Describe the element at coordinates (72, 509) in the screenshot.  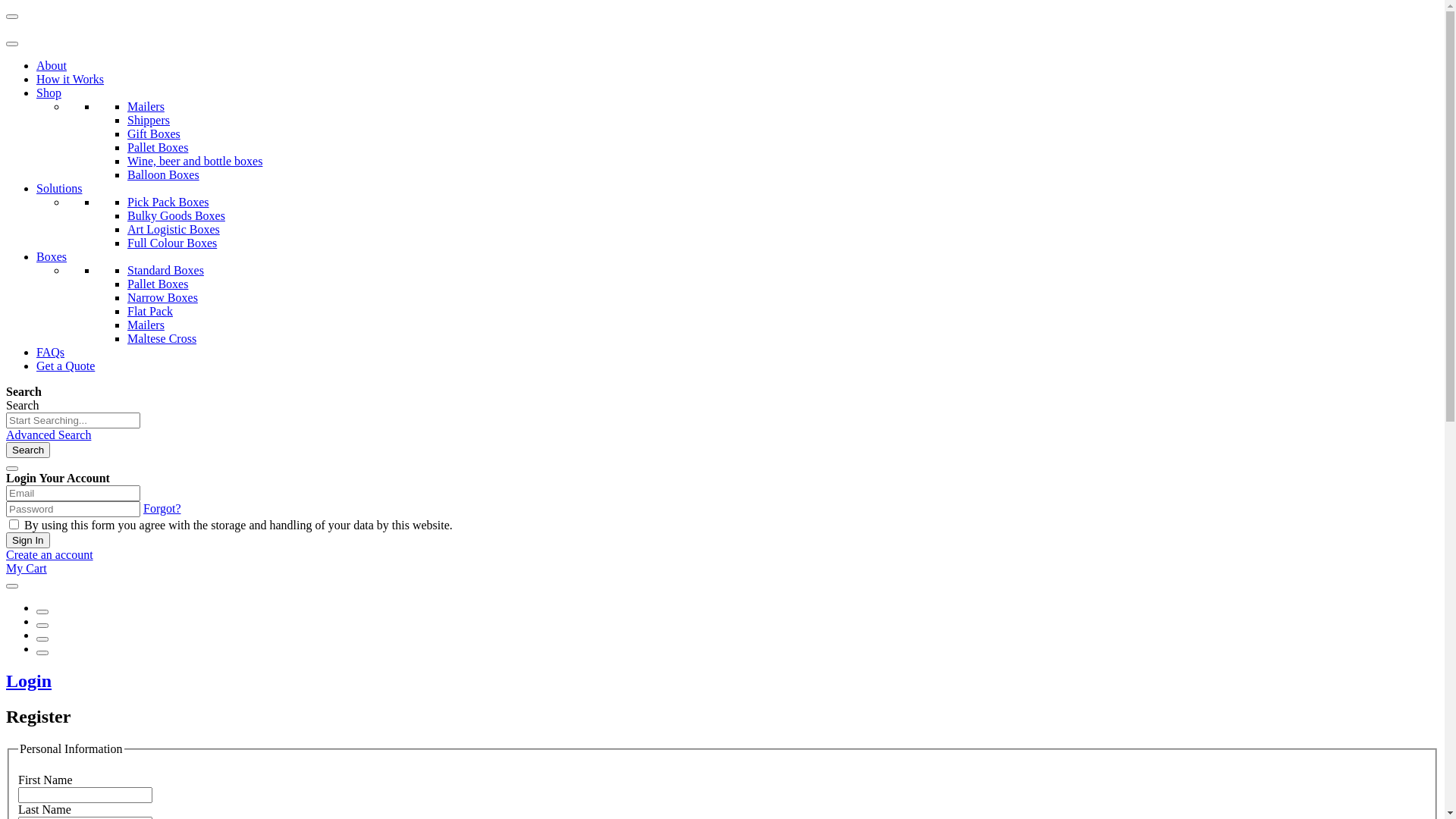
I see `'Password'` at that location.